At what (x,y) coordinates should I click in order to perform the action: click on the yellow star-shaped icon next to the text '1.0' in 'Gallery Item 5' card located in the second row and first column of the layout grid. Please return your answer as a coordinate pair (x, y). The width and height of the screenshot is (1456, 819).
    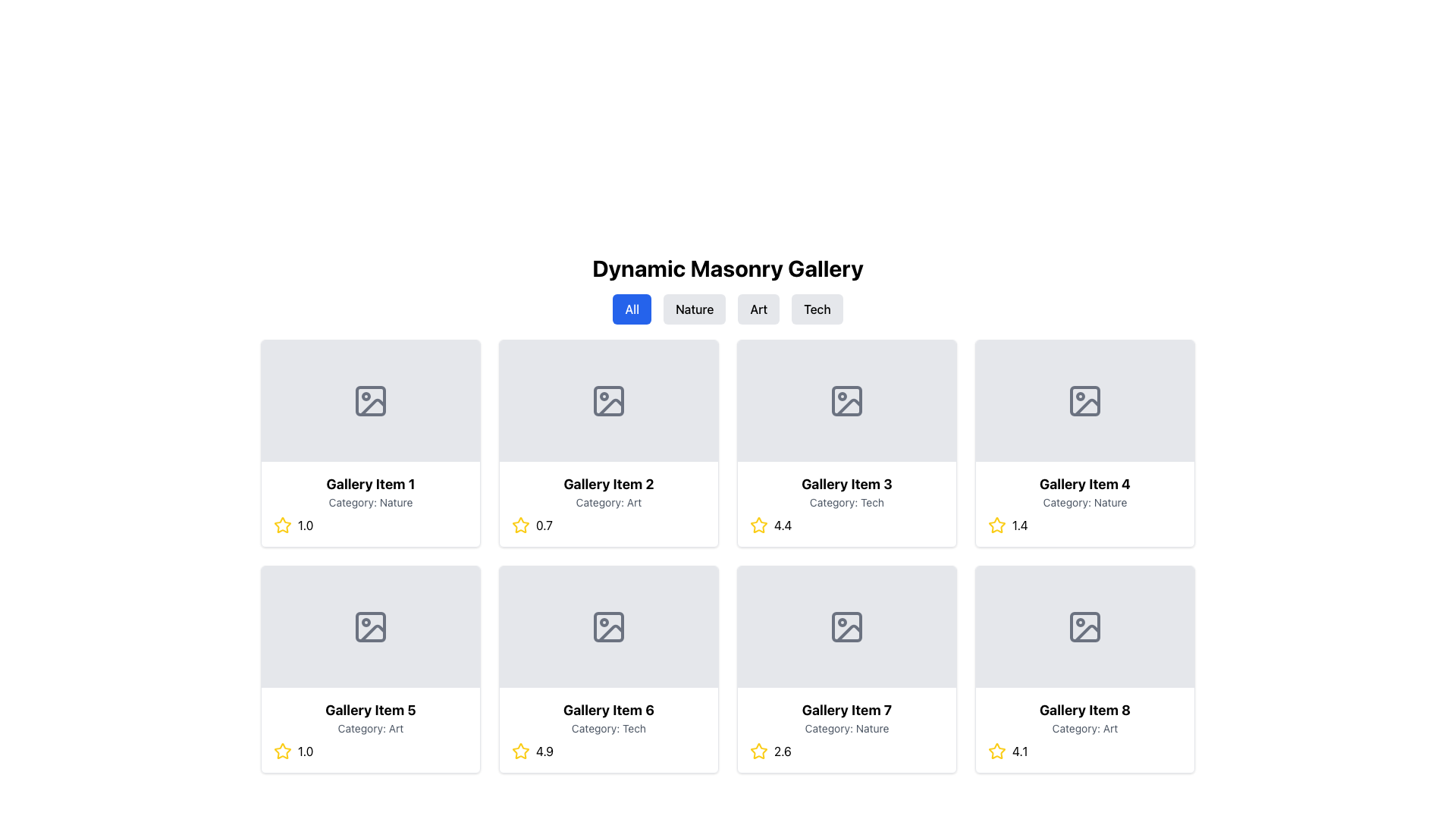
    Looking at the image, I should click on (283, 752).